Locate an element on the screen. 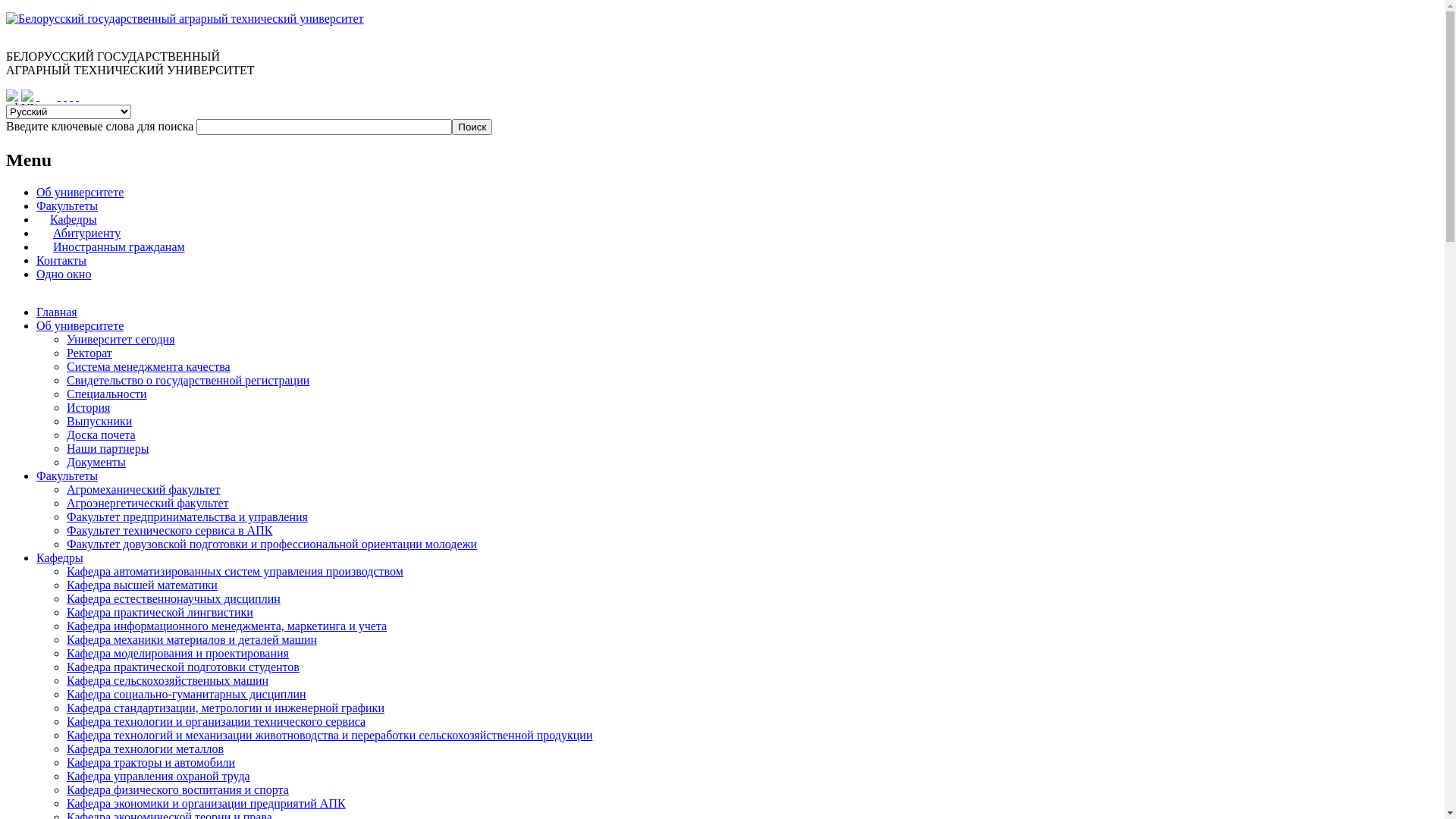  ' ' is located at coordinates (76, 96).